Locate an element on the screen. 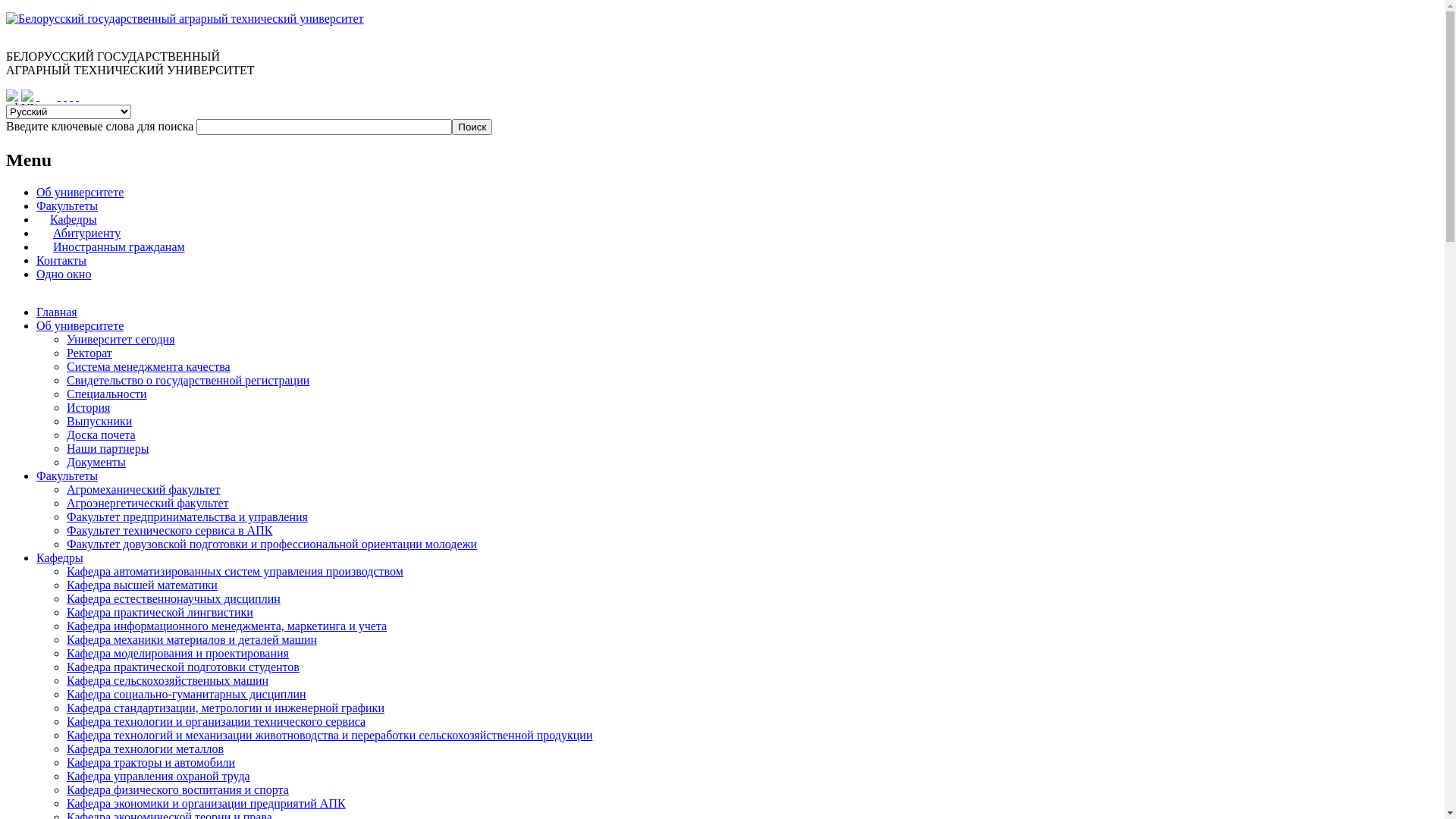  ' ' is located at coordinates (76, 96).